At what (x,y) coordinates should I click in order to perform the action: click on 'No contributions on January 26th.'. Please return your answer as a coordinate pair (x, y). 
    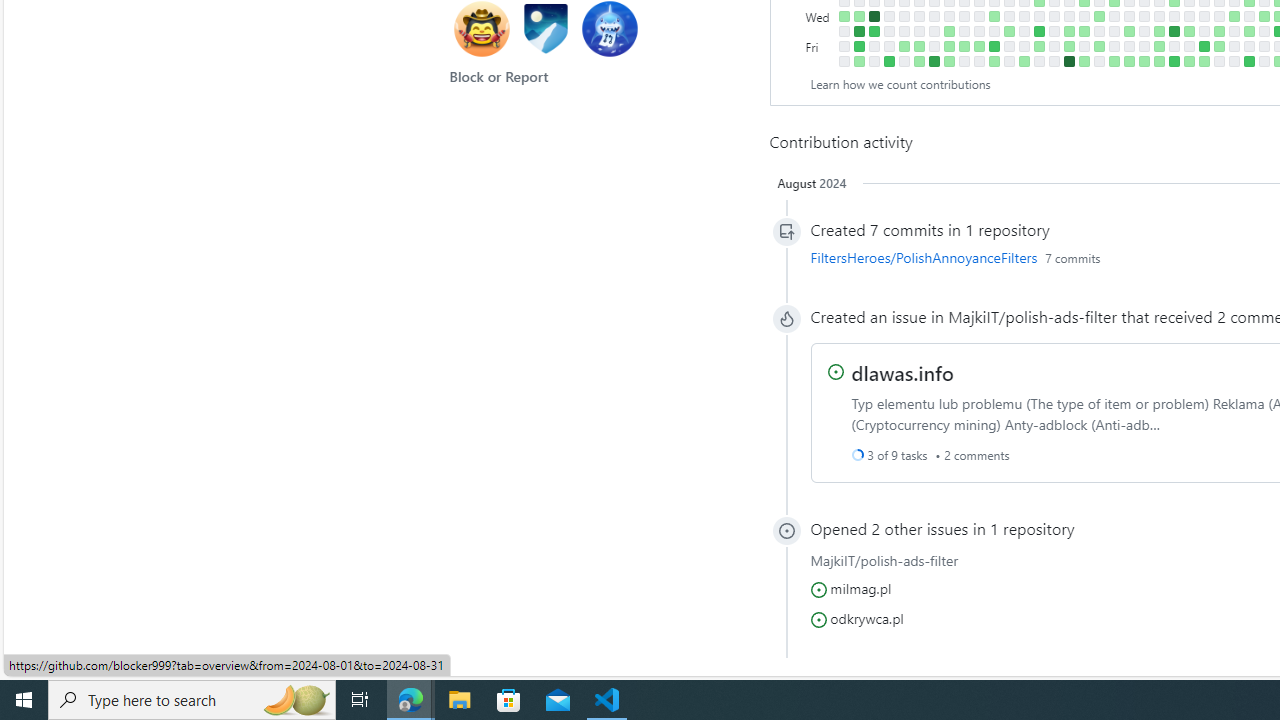
    Looking at the image, I should click on (887, 45).